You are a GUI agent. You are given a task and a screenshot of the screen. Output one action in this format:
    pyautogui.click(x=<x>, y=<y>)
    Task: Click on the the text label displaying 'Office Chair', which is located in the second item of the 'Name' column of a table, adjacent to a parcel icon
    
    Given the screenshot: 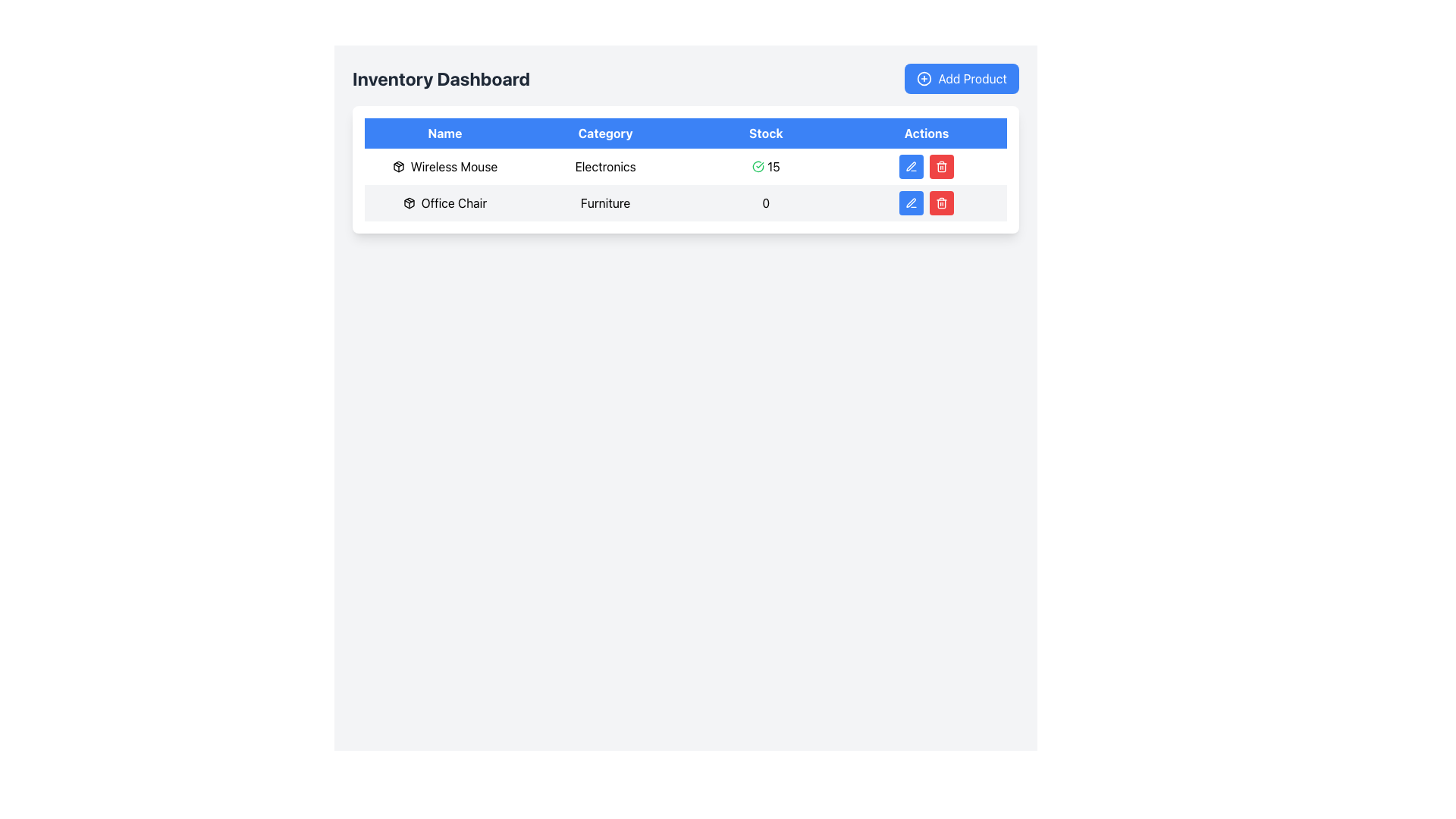 What is the action you would take?
    pyautogui.click(x=453, y=202)
    